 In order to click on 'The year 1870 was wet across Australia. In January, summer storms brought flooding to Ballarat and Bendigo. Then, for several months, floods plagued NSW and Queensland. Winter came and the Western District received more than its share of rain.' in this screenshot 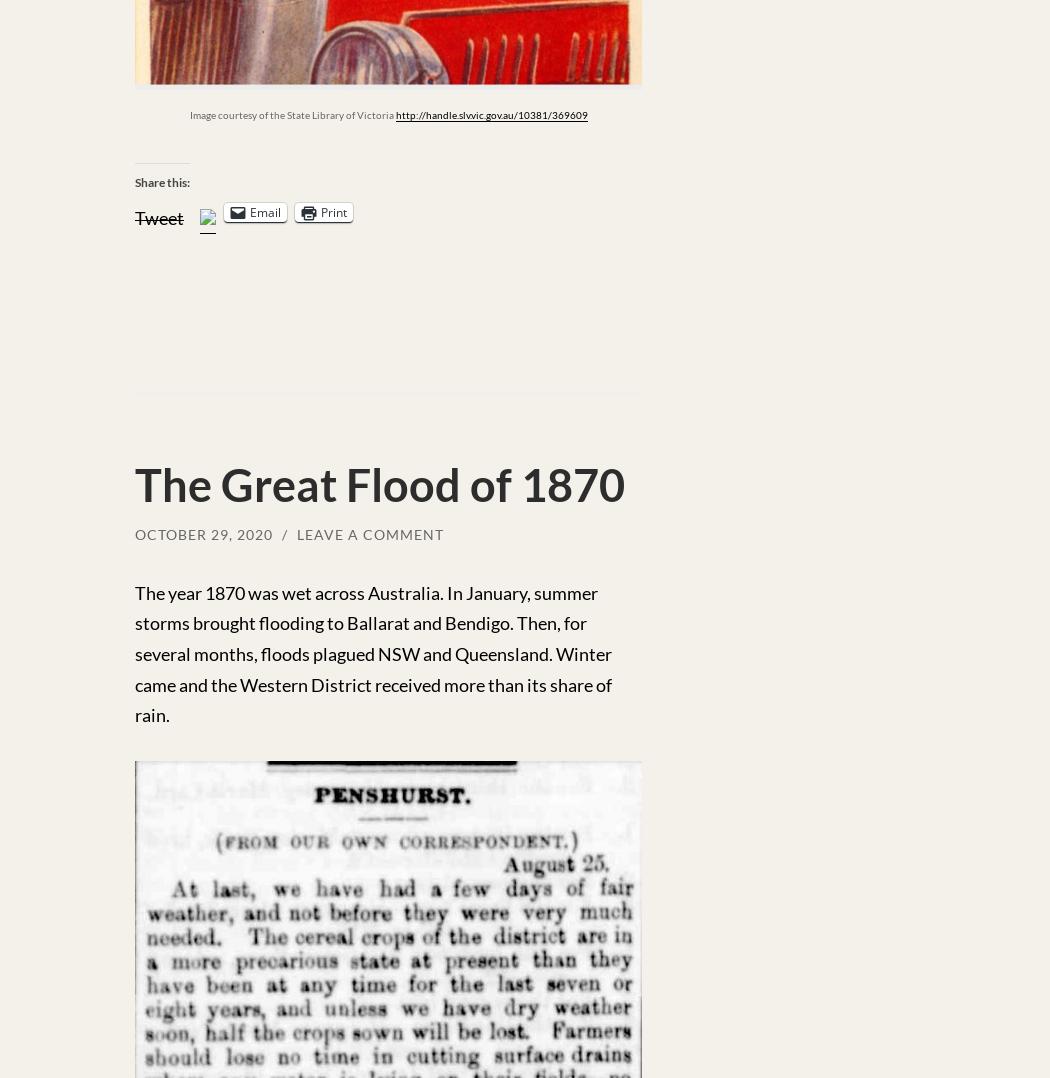, I will do `click(372, 652)`.